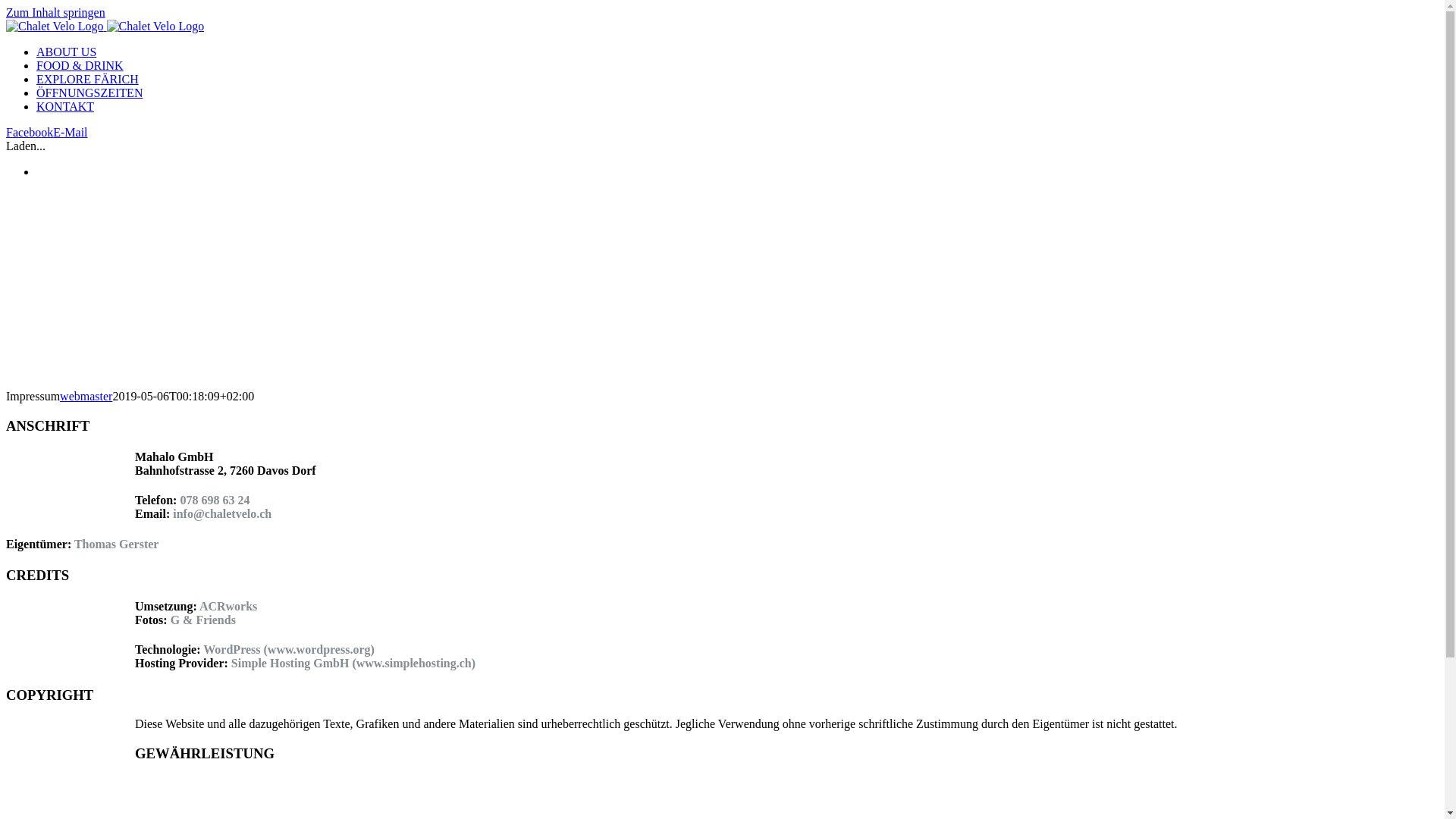 The height and width of the screenshot is (819, 1456). I want to click on 'webmaster', so click(85, 395).